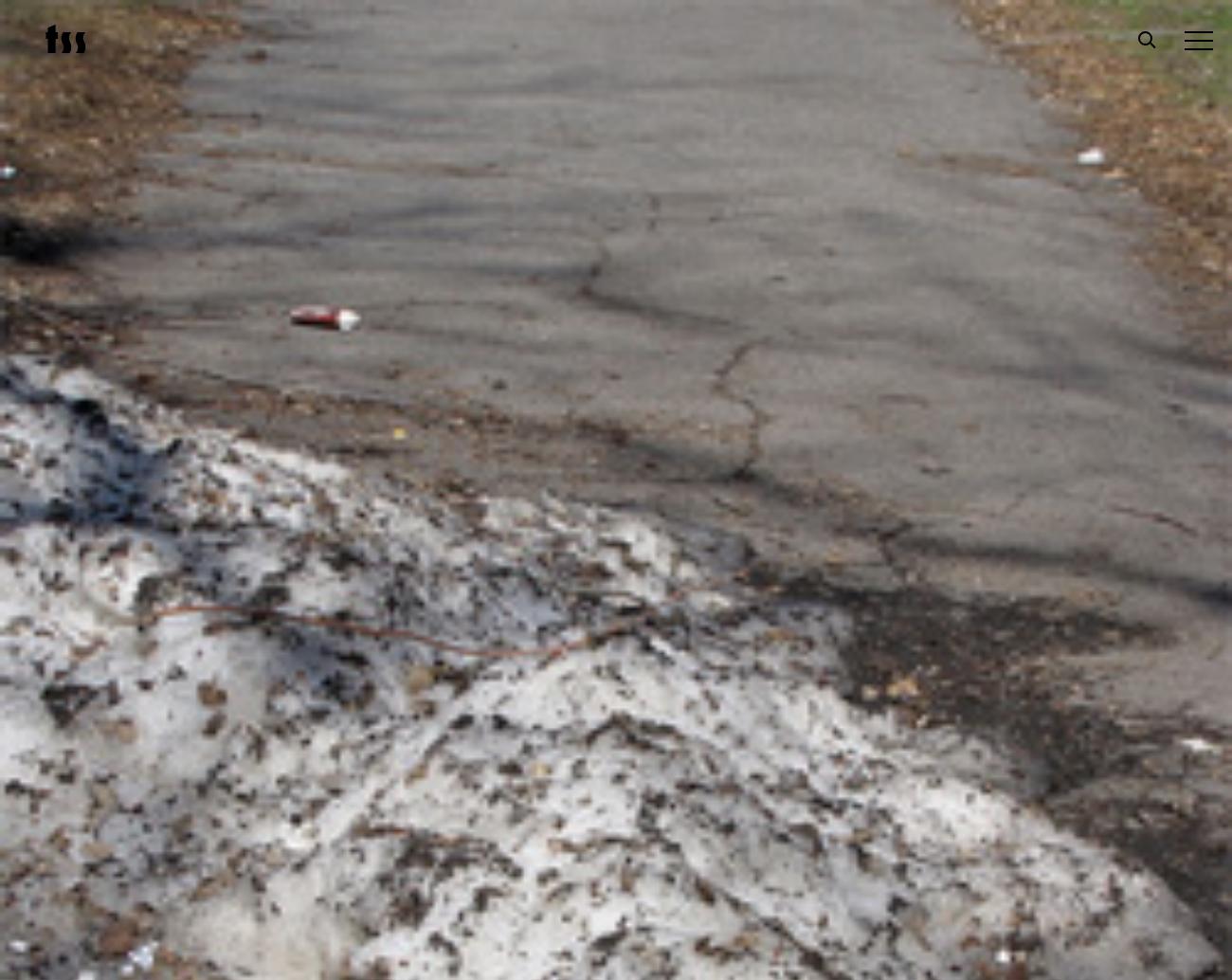  What do you see at coordinates (1029, 731) in the screenshot?
I see `'The Smart Set is published and supported by the Pennoni Honors College at Drexel University.'` at bounding box center [1029, 731].